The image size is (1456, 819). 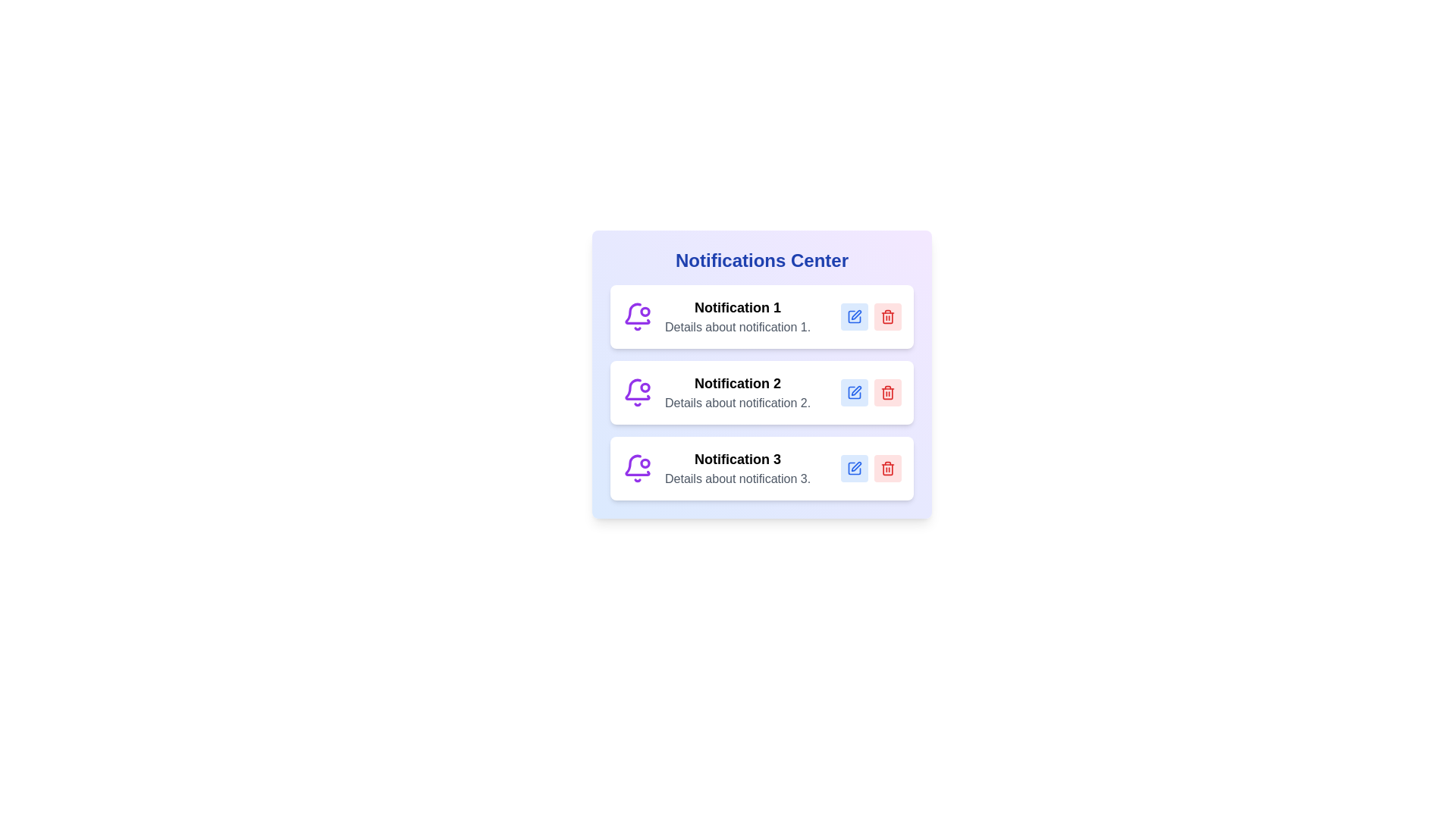 I want to click on the red trash bin icon button, so click(x=888, y=315).